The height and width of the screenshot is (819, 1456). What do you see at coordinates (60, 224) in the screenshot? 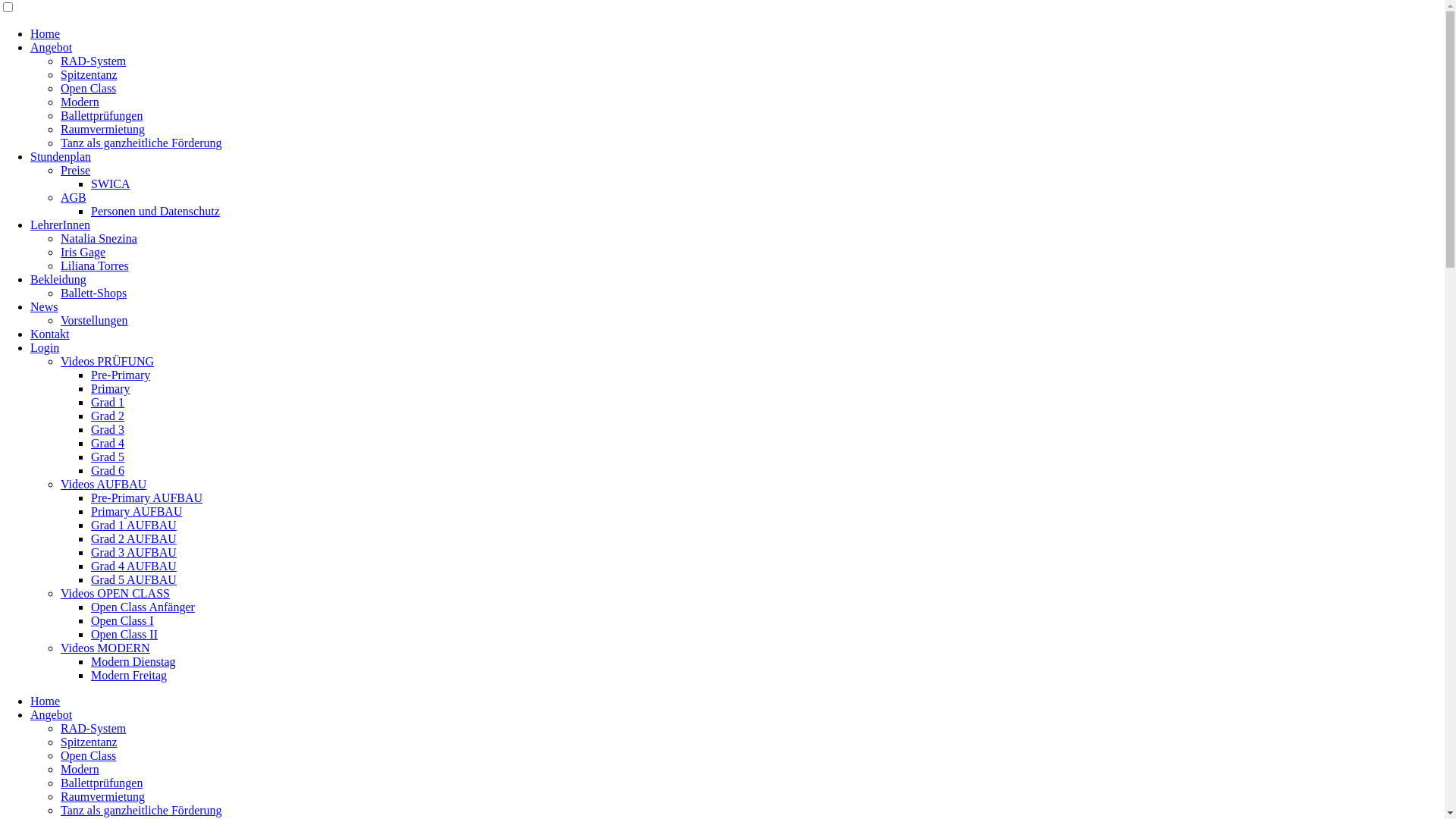
I see `'LehrerInnen'` at bounding box center [60, 224].